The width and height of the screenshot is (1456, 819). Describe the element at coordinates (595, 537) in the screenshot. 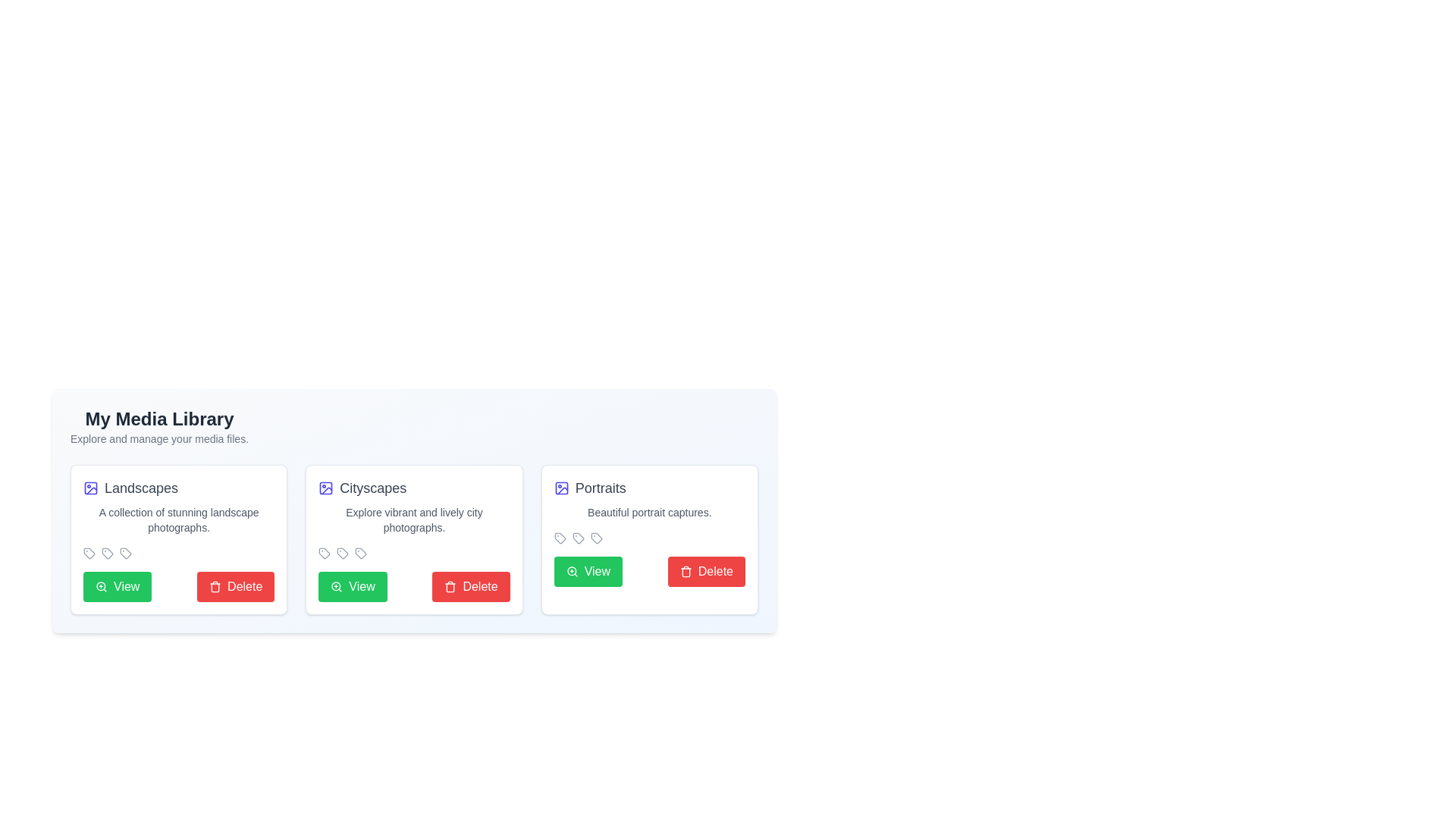

I see `the third tag icon in the second card labeled 'Cityscapes', which is a pale gray rounded rectangular tag with a small dot near the edge` at that location.